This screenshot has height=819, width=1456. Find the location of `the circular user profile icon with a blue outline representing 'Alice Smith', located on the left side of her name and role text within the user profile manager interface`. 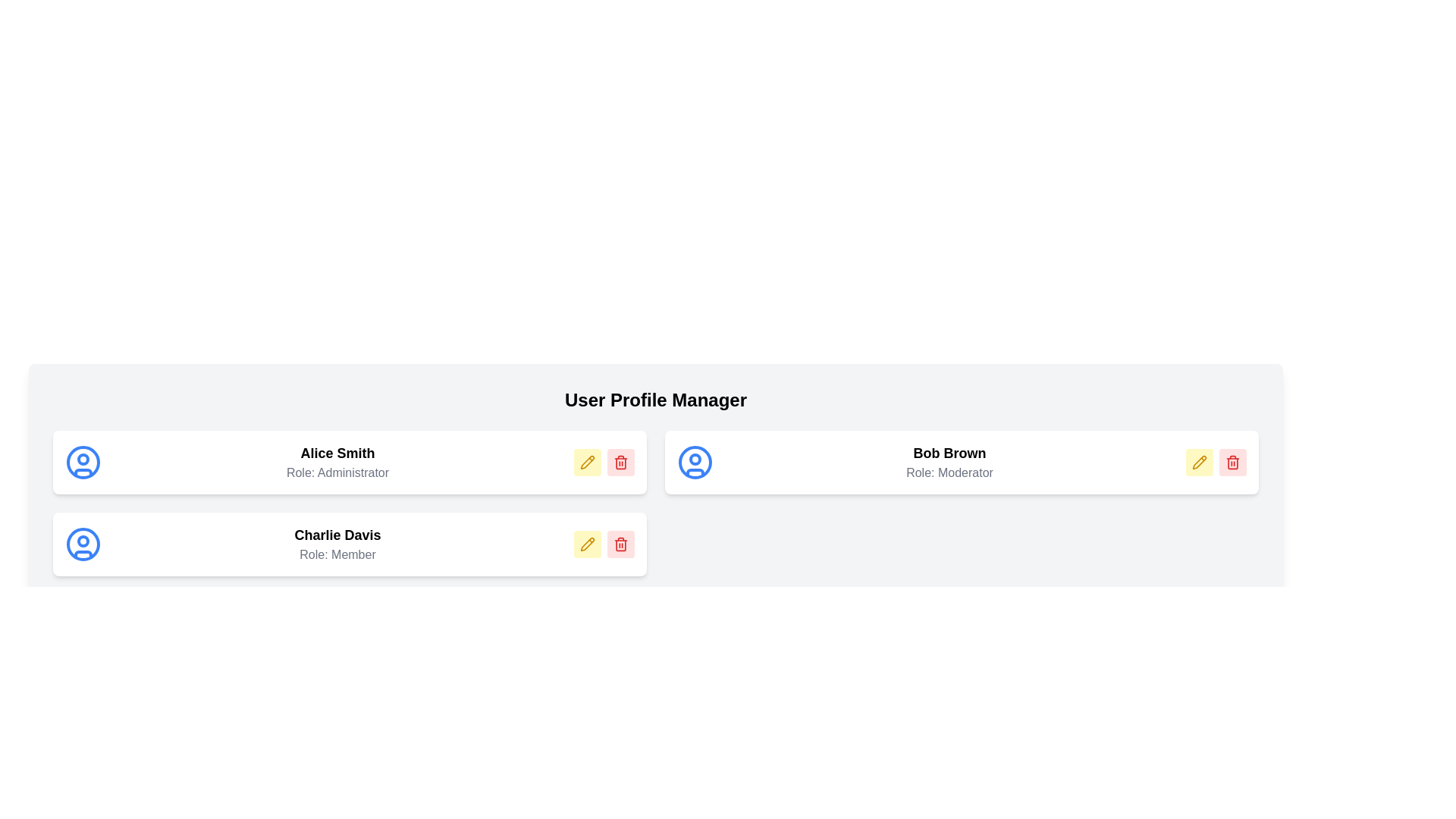

the circular user profile icon with a blue outline representing 'Alice Smith', located on the left side of her name and role text within the user profile manager interface is located at coordinates (83, 461).